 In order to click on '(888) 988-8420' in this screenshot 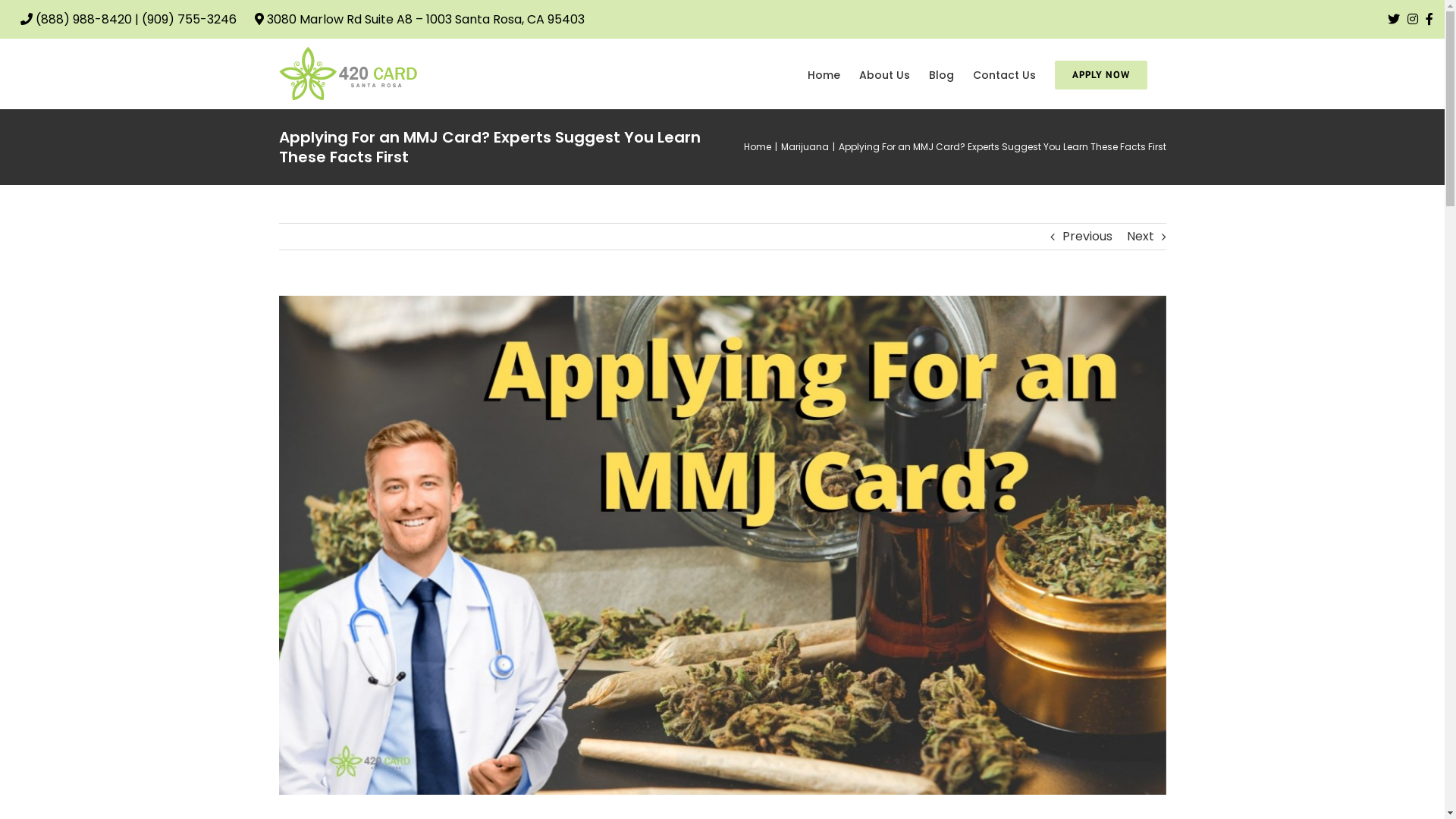, I will do `click(36, 19)`.